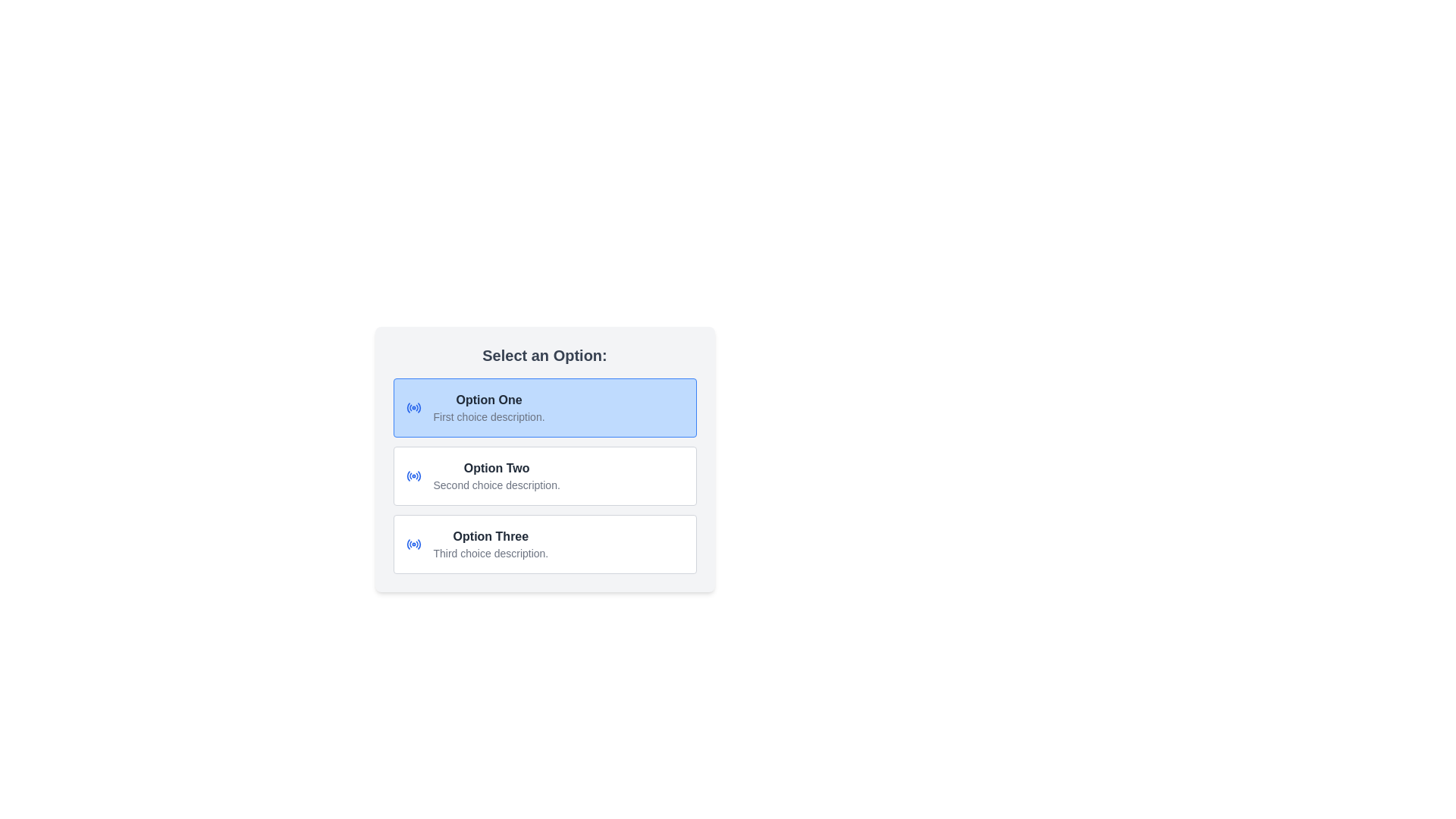 The height and width of the screenshot is (819, 1456). I want to click on the leftmost icon representing the active selection of 'Option One' in the vertically stacked list of options, so click(413, 406).